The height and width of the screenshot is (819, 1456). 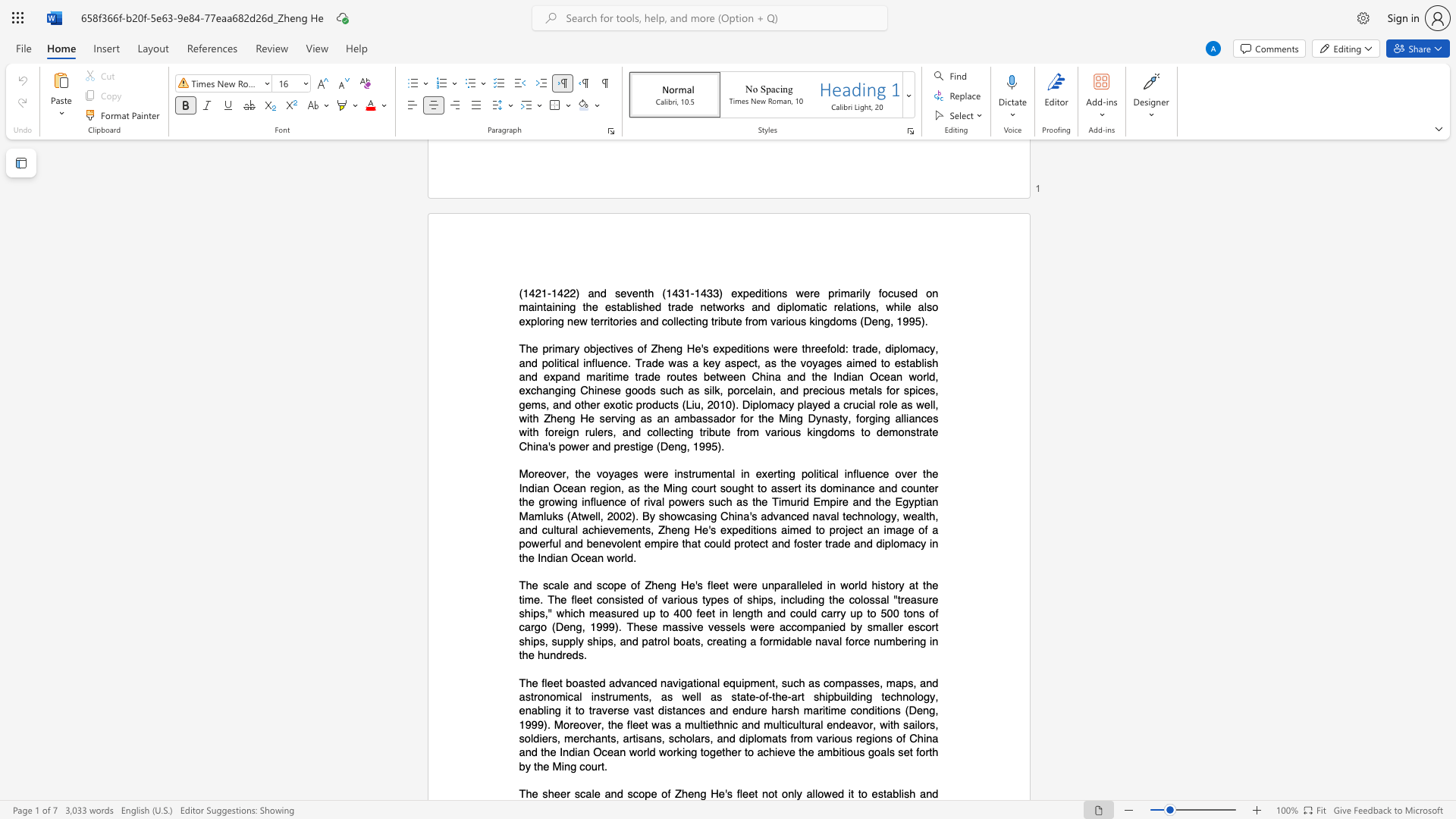 What do you see at coordinates (811, 793) in the screenshot?
I see `the subset text "llo" within the text "The sheer scale and scope of Zheng He"` at bounding box center [811, 793].